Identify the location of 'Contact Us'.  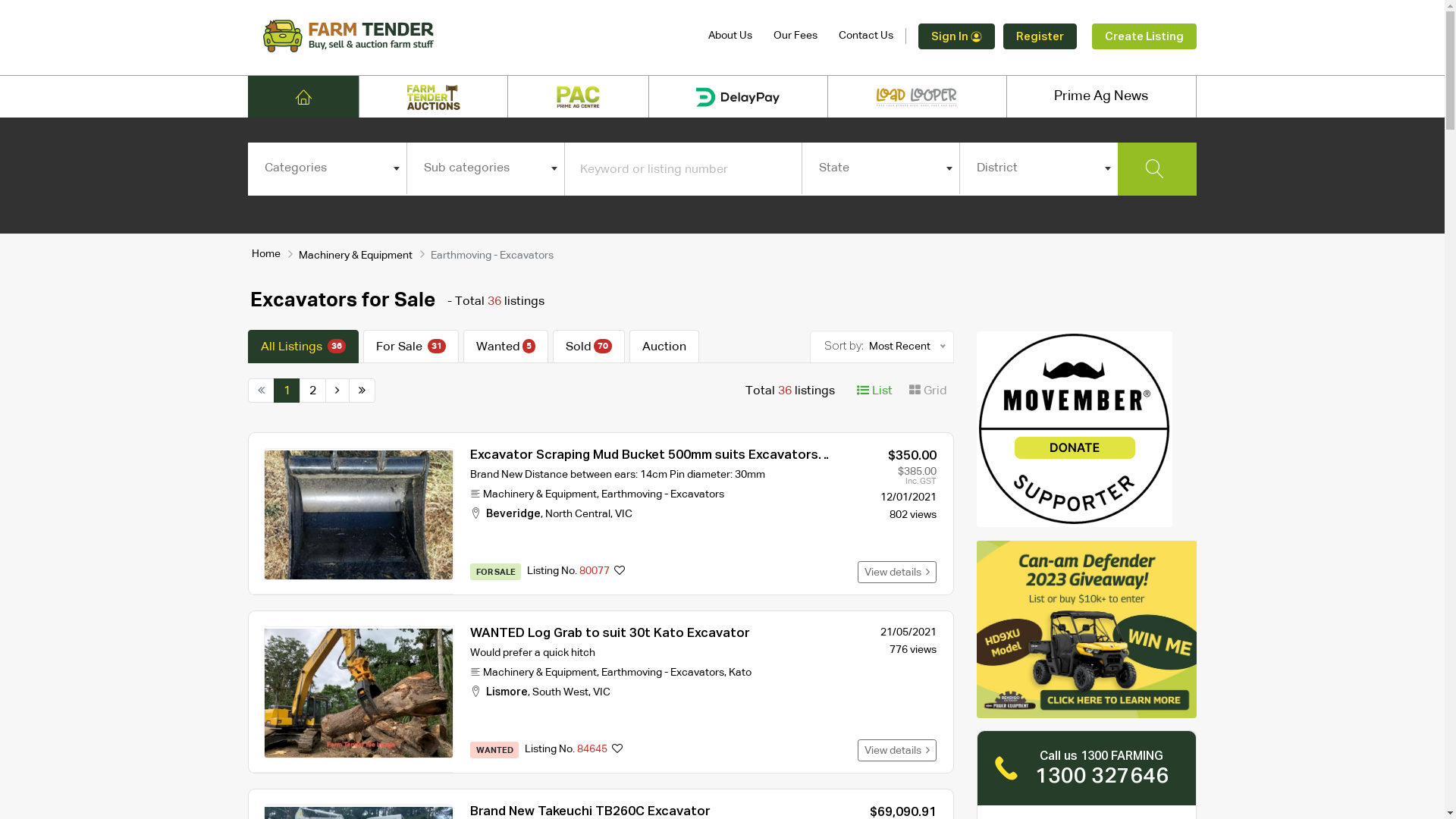
(837, 34).